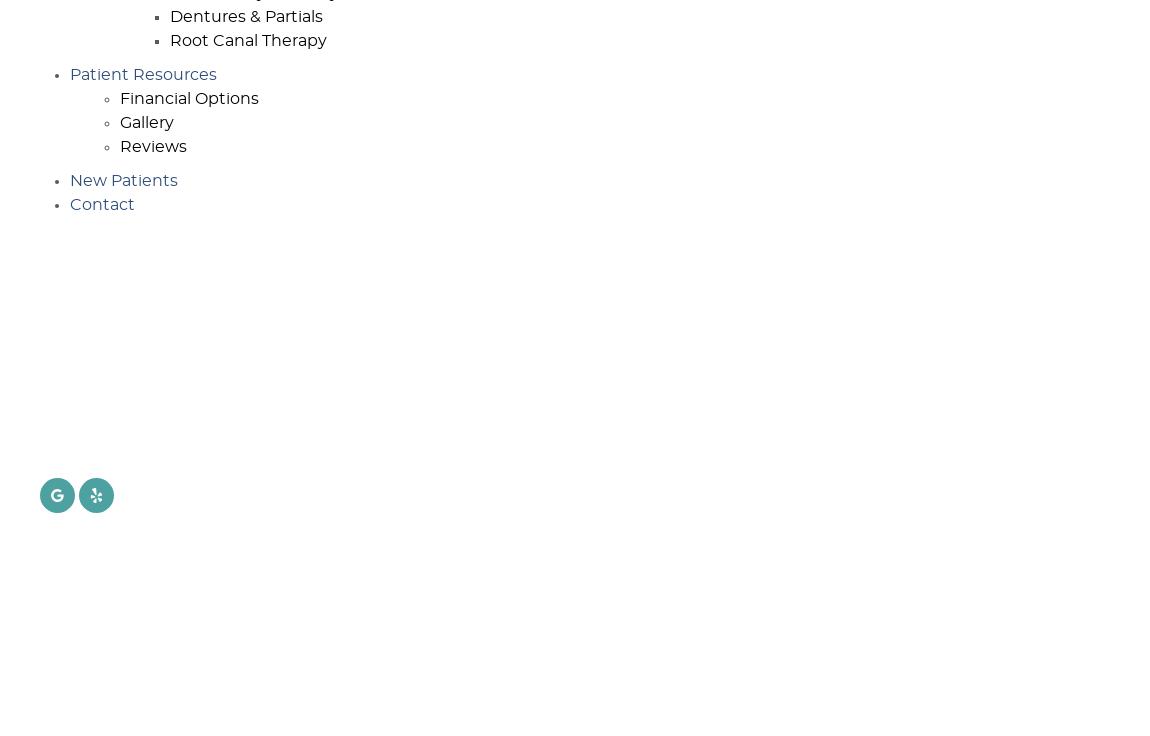  Describe the element at coordinates (1027, 486) in the screenshot. I see `'8:00 a.m. - 4:00 p.m.'` at that location.